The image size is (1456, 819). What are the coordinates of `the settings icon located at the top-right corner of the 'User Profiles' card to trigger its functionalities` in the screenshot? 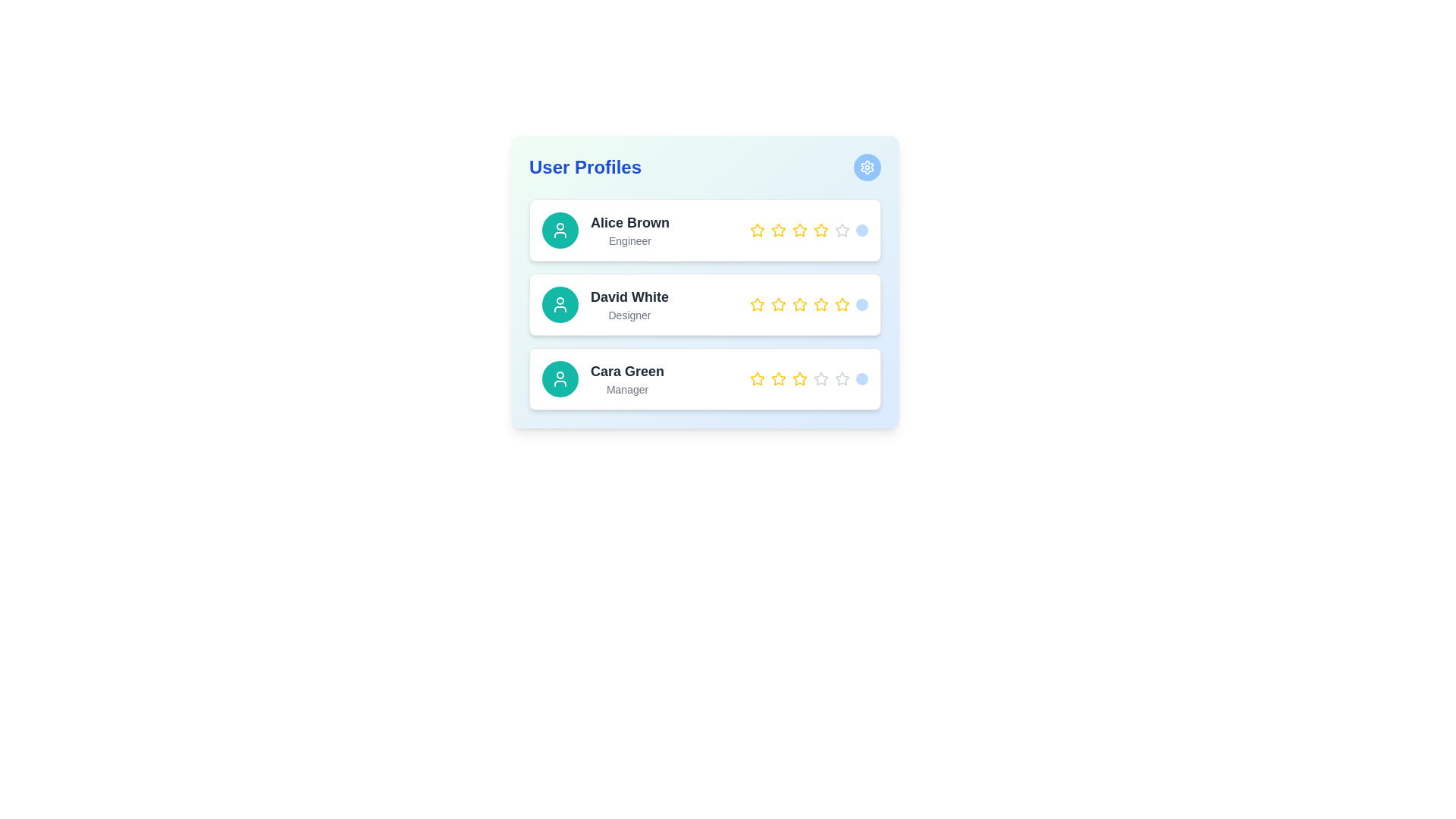 It's located at (867, 167).